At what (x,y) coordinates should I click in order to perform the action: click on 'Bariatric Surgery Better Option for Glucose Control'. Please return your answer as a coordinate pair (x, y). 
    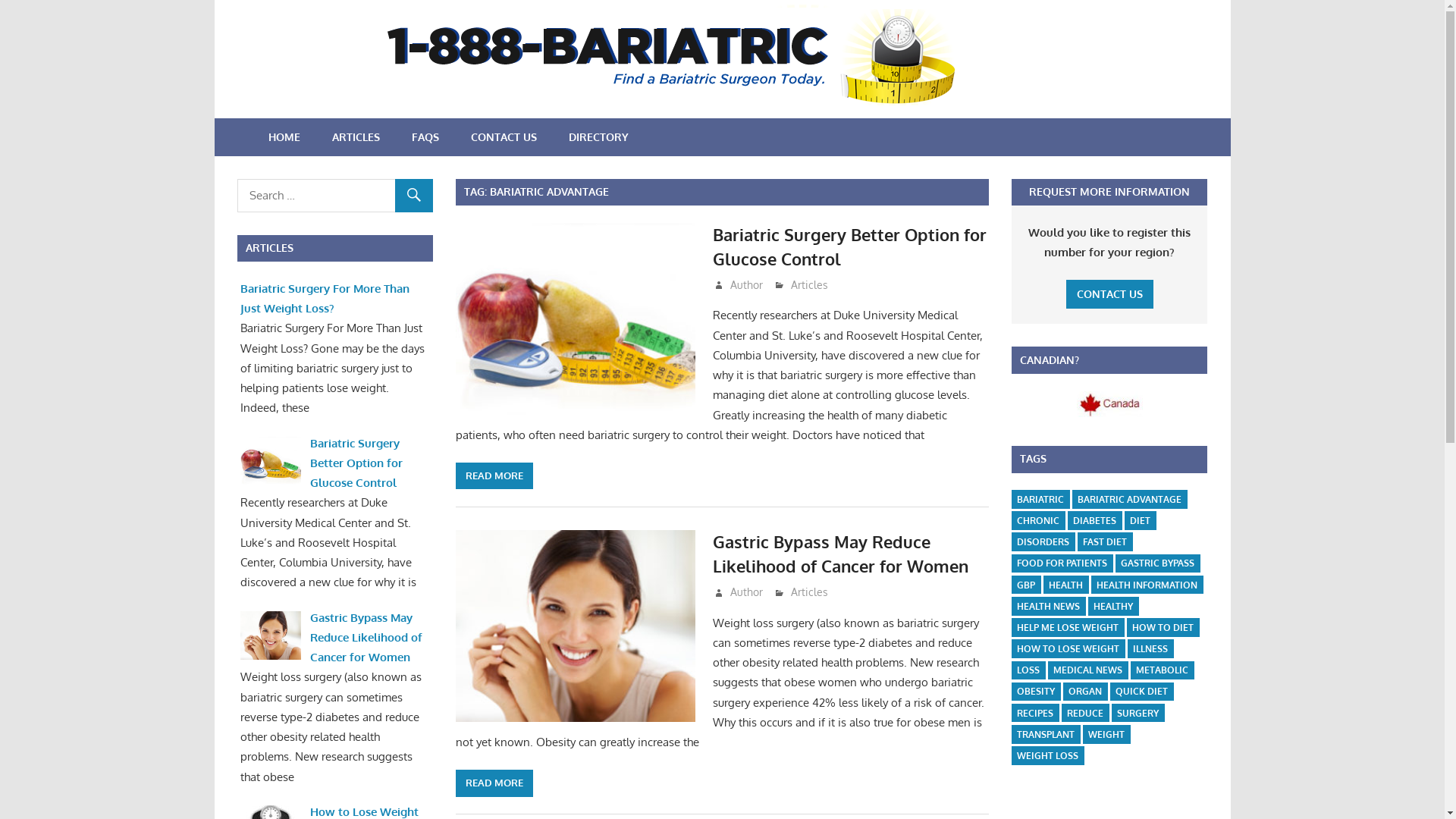
    Looking at the image, I should click on (356, 462).